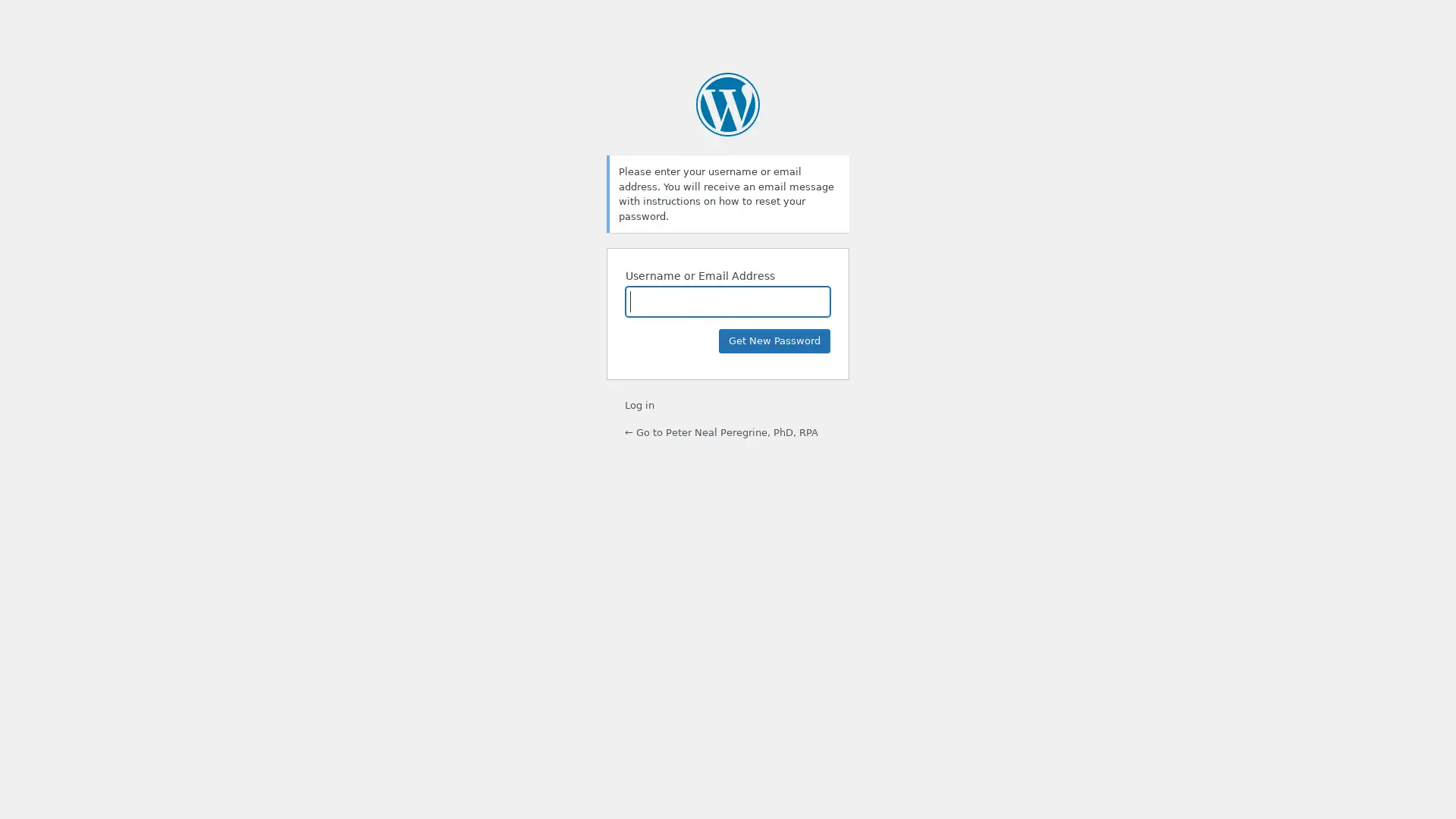 This screenshot has height=819, width=1456. Describe the element at coordinates (774, 341) in the screenshot. I see `Get New Password` at that location.